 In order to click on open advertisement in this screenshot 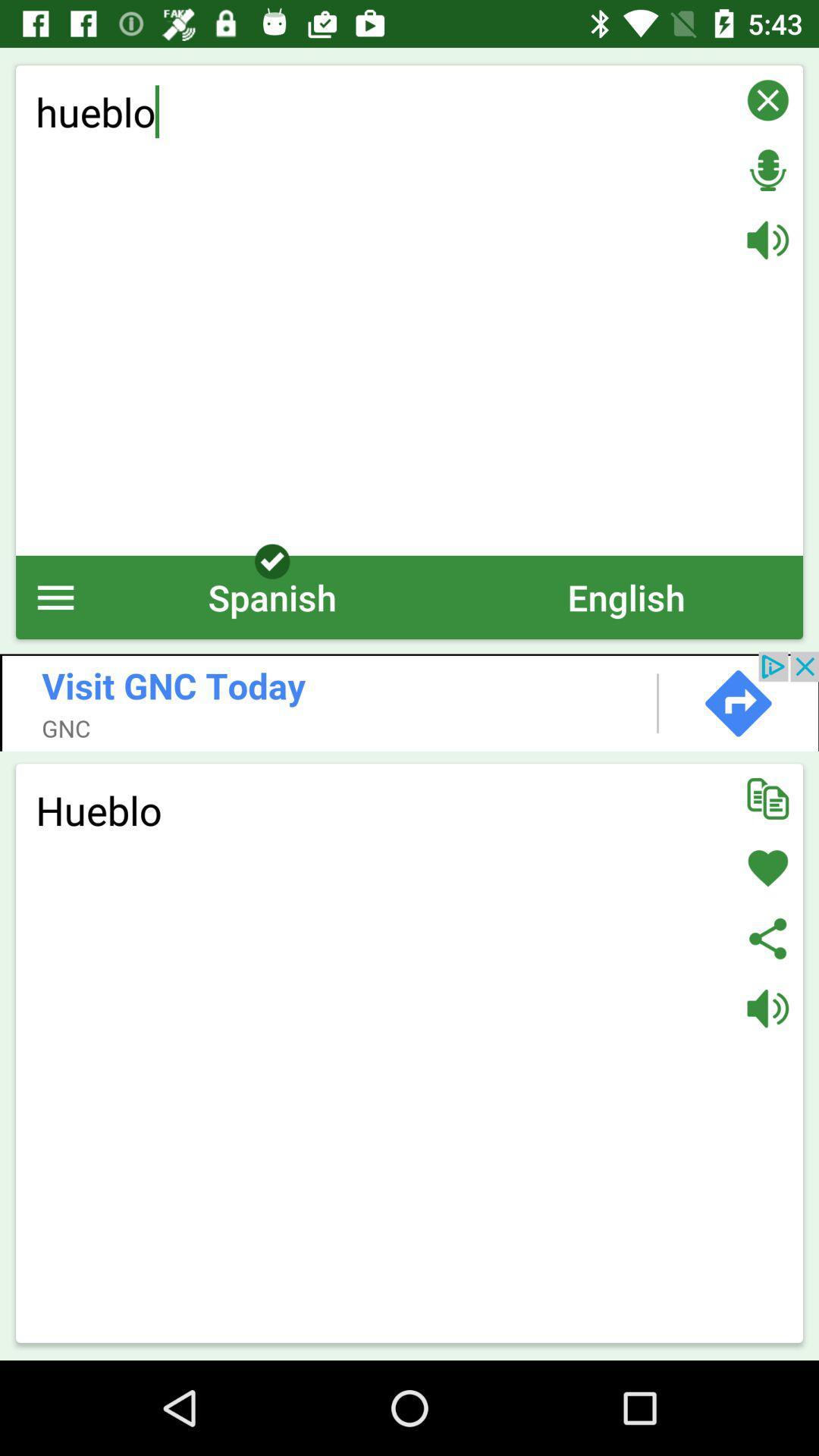, I will do `click(409, 701)`.